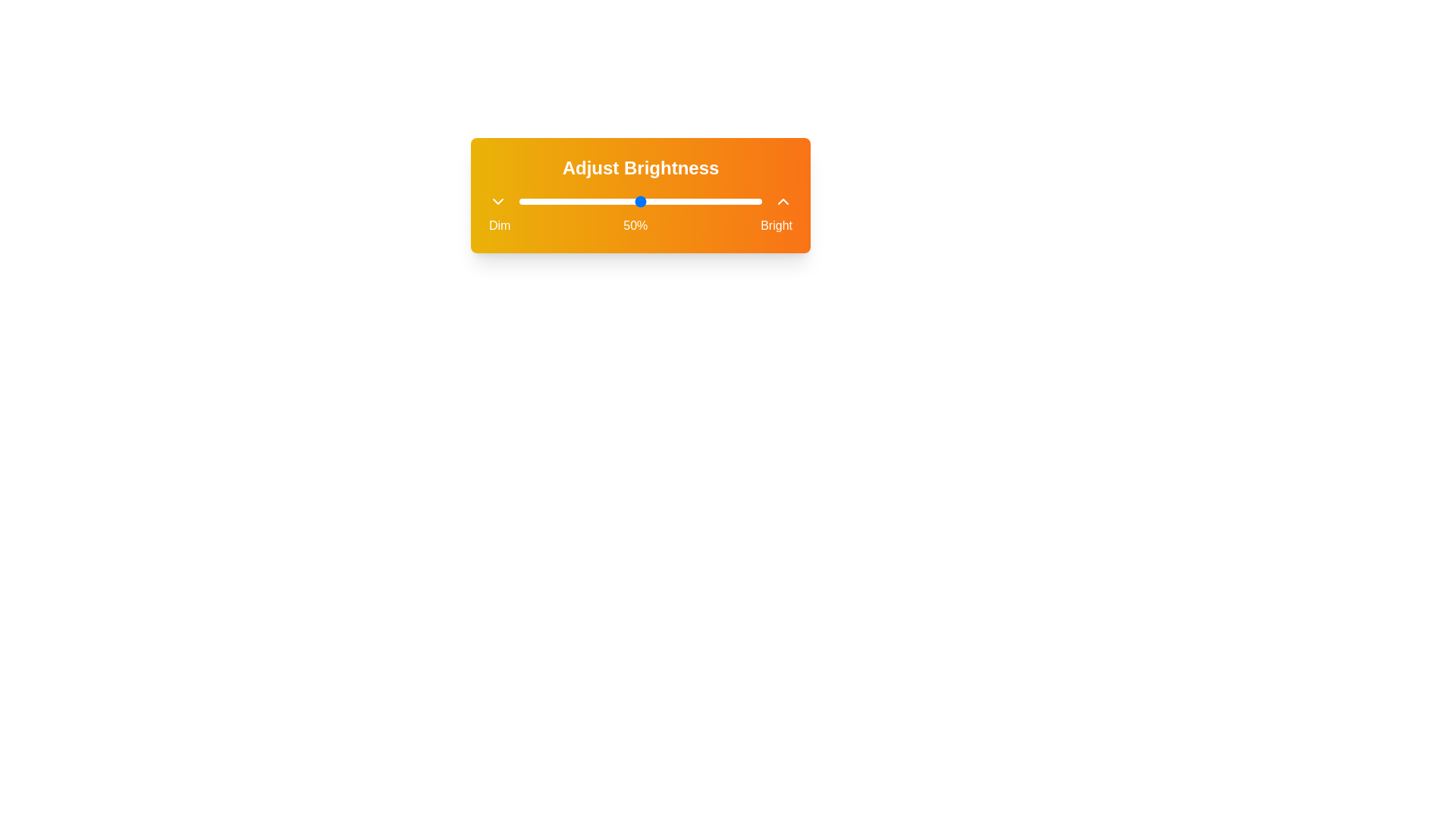 The height and width of the screenshot is (819, 1456). I want to click on the horizontal slider track in the 'Adjust Brightness' panel to move the slider, which currently indicates a 50% value adjustment, so click(640, 201).